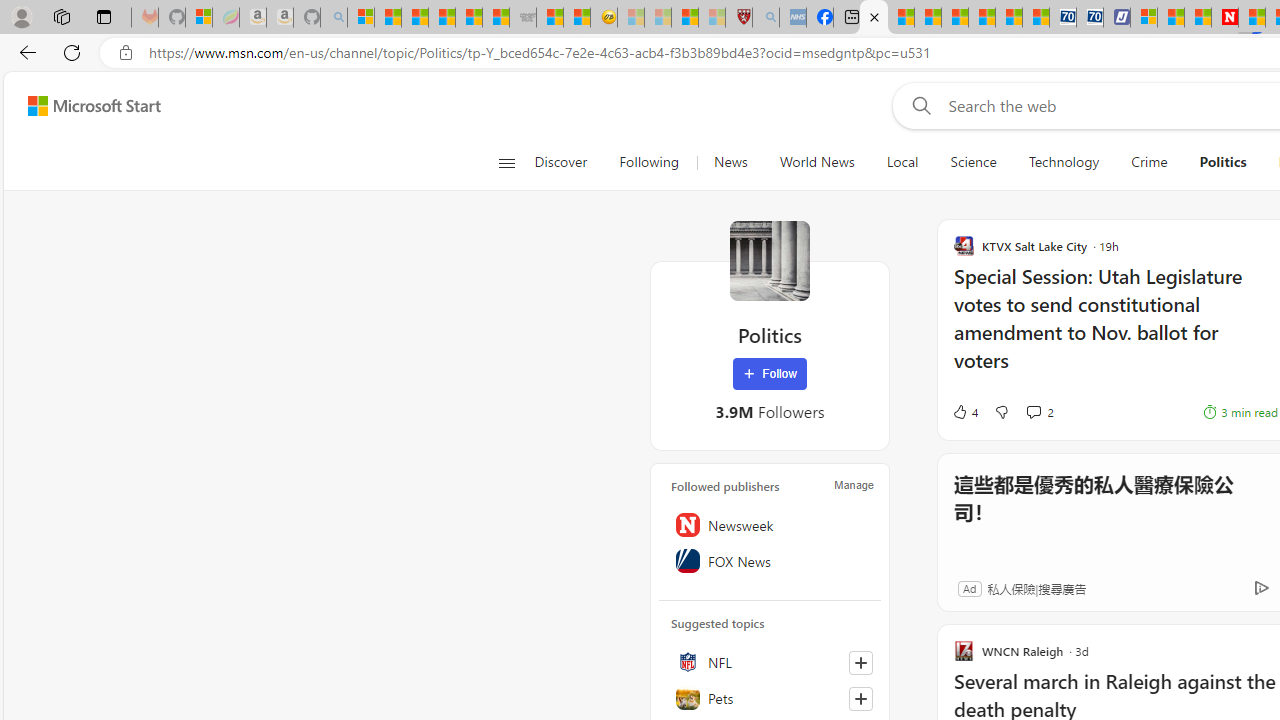  What do you see at coordinates (711, 17) in the screenshot?
I see `'12 Popular Science Lies that Must be Corrected - Sleeping'` at bounding box center [711, 17].